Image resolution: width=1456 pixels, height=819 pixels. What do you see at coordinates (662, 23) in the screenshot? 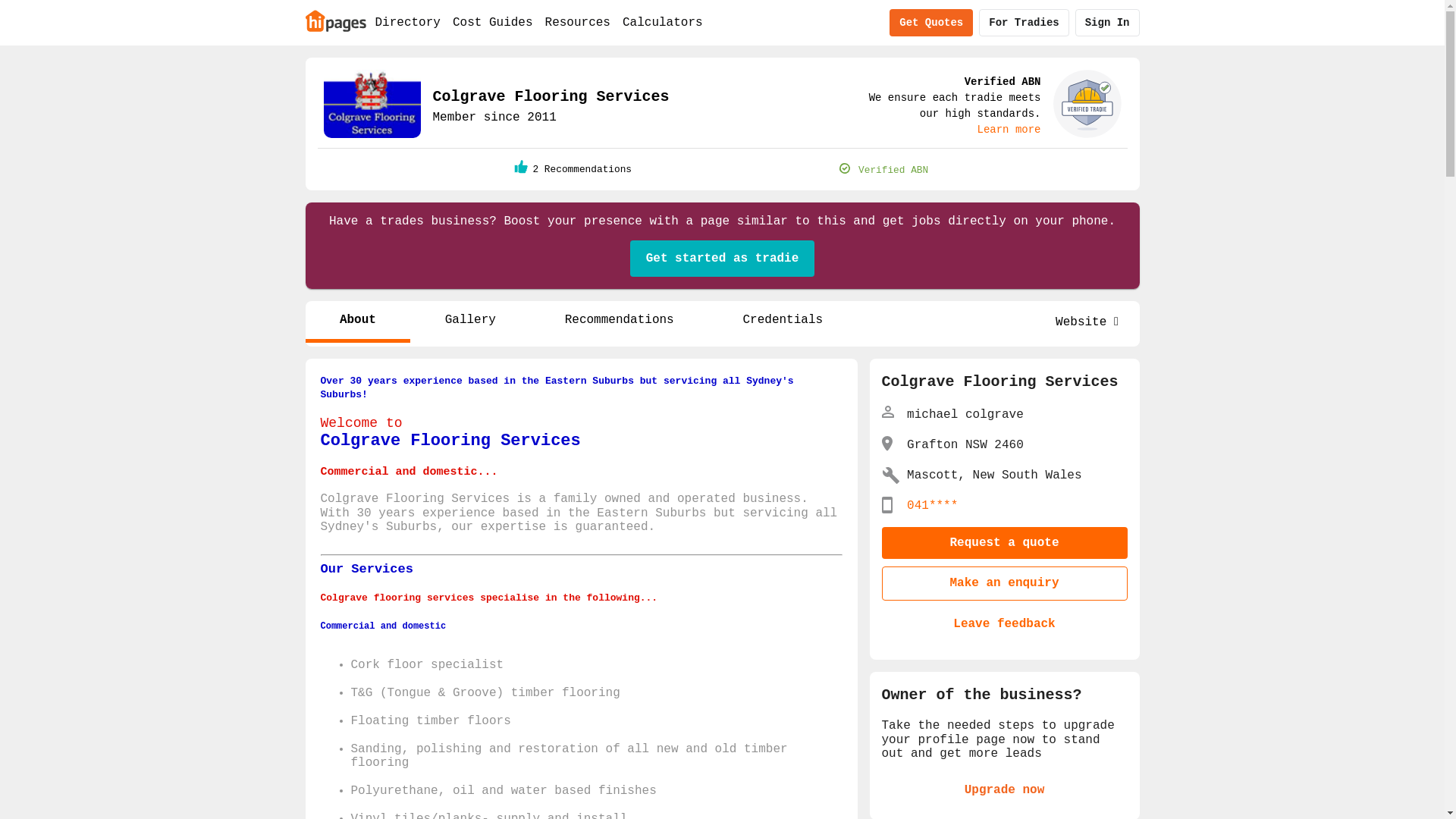
I see `'Calculators'` at bounding box center [662, 23].